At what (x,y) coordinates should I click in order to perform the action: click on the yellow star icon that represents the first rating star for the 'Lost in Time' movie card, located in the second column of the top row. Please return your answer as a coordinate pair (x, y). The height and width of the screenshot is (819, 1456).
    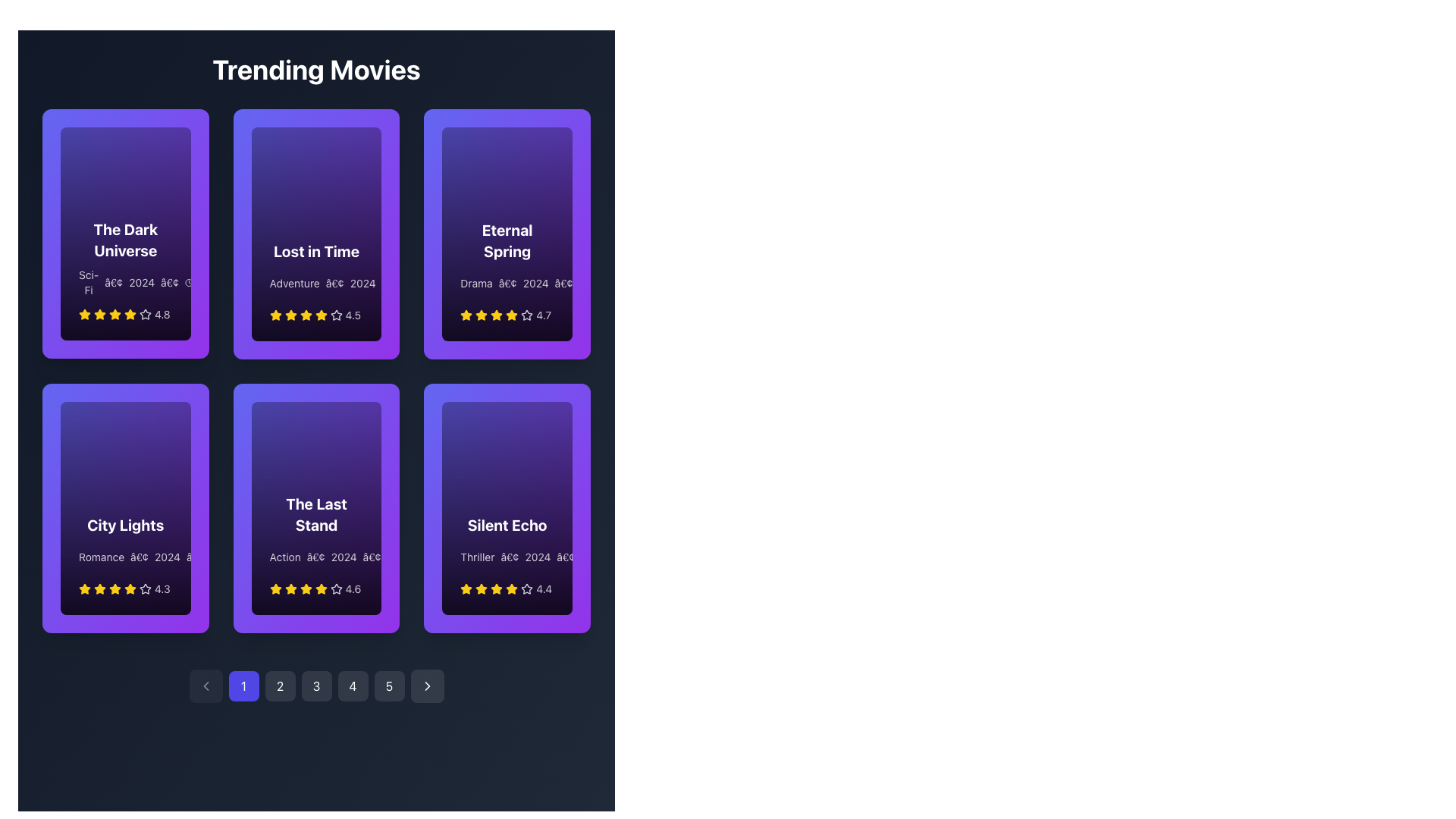
    Looking at the image, I should click on (275, 314).